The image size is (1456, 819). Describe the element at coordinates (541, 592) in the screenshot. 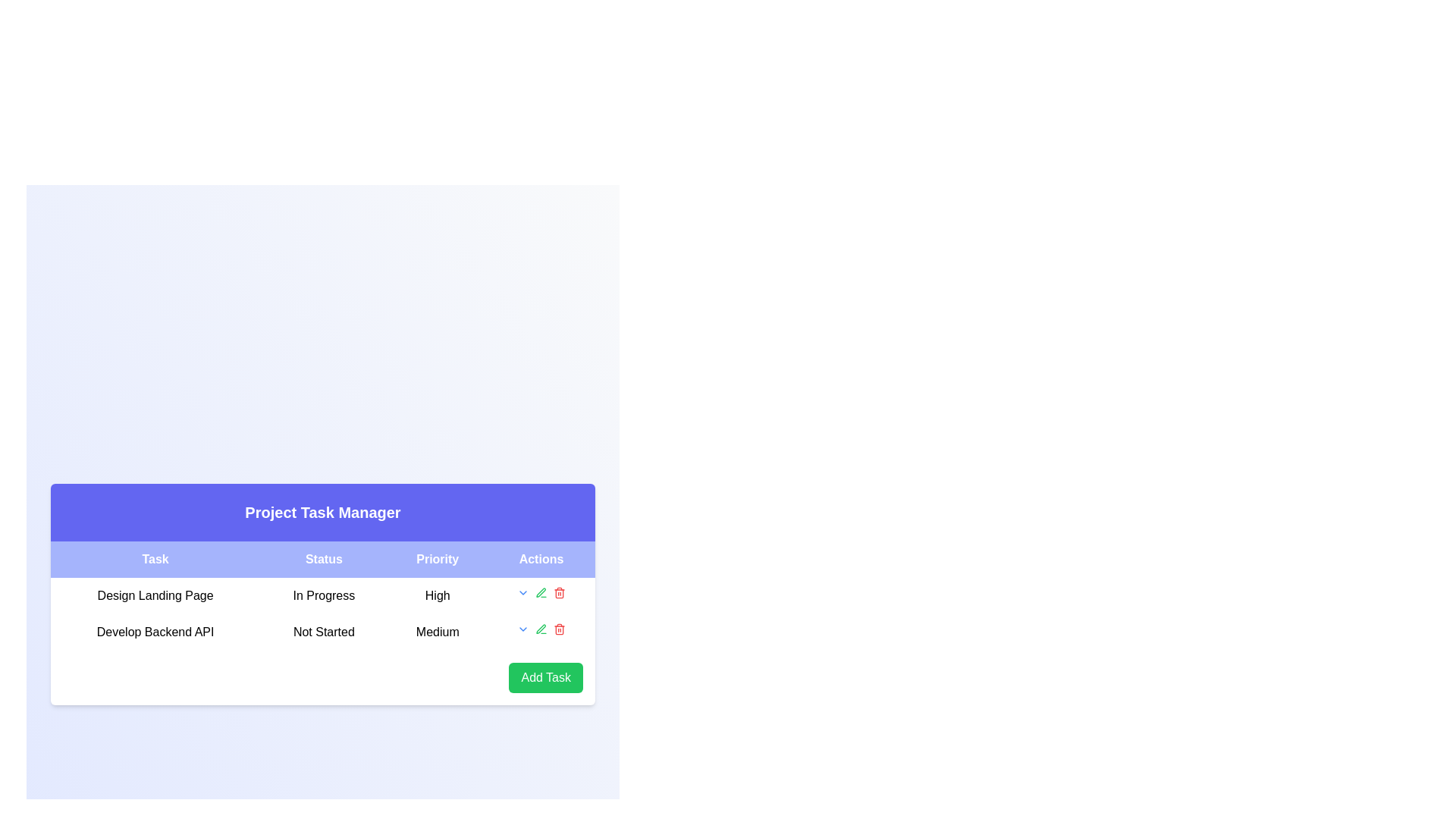

I see `the green pen icon in the 'Actions' column of the second row of the task table` at that location.